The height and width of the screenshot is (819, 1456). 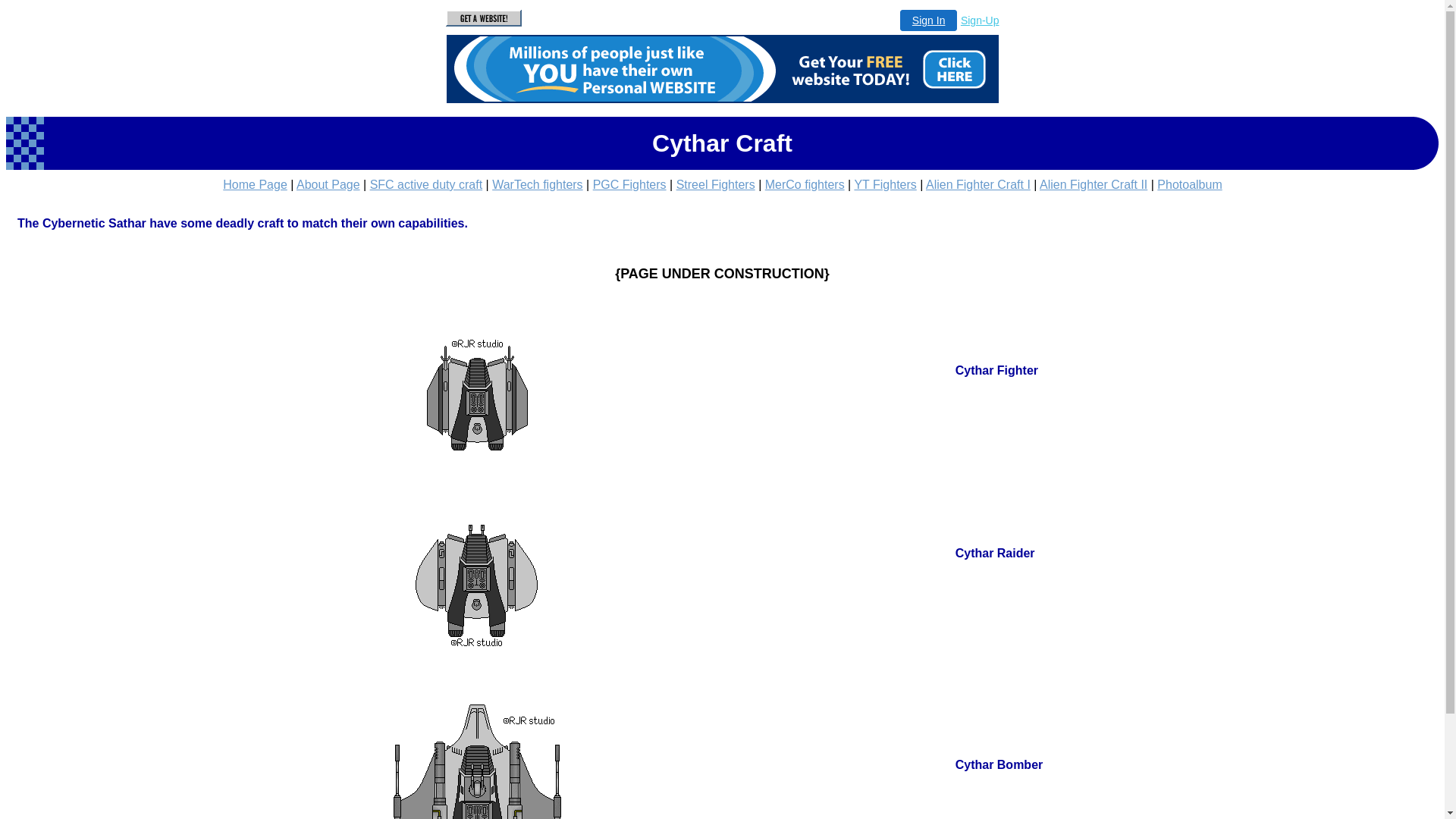 What do you see at coordinates (425, 184) in the screenshot?
I see `'SFC active duty craft'` at bounding box center [425, 184].